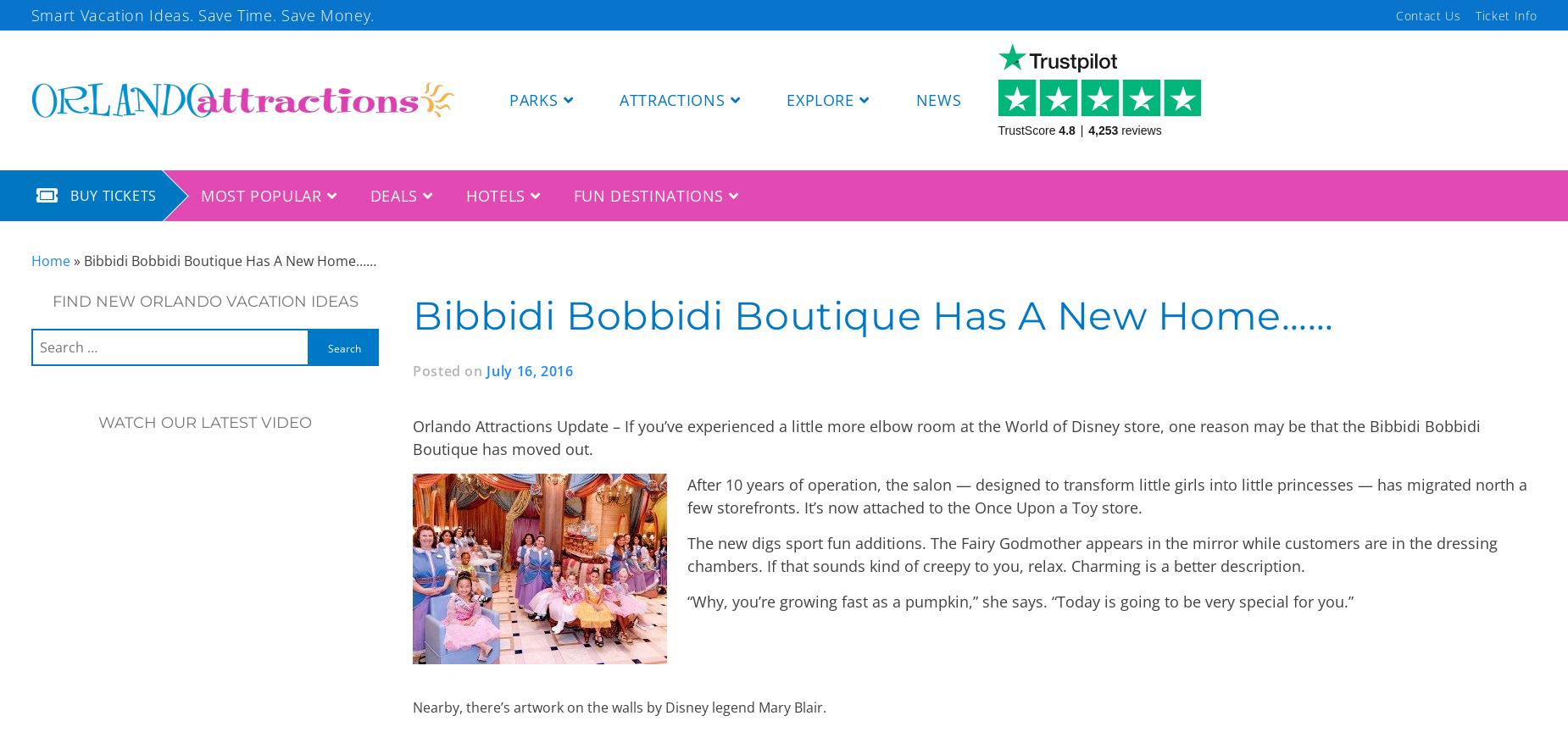 The image size is (1568, 738). What do you see at coordinates (201, 13) in the screenshot?
I see `'Smart Vacation Ideas. Save Time. Save Money.'` at bounding box center [201, 13].